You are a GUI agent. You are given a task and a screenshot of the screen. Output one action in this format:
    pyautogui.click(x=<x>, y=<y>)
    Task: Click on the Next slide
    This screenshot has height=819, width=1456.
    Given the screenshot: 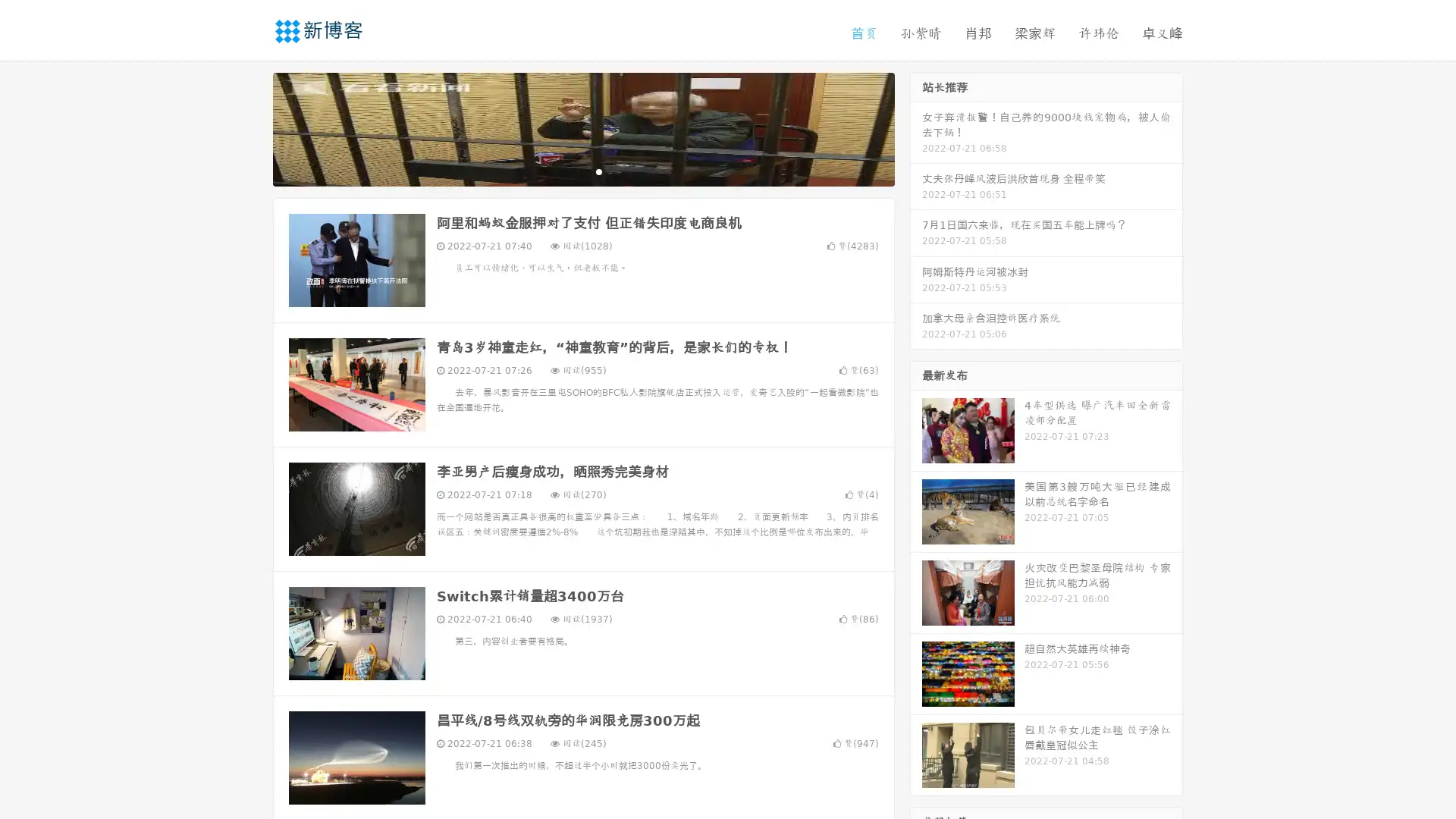 What is the action you would take?
    pyautogui.click(x=916, y=127)
    